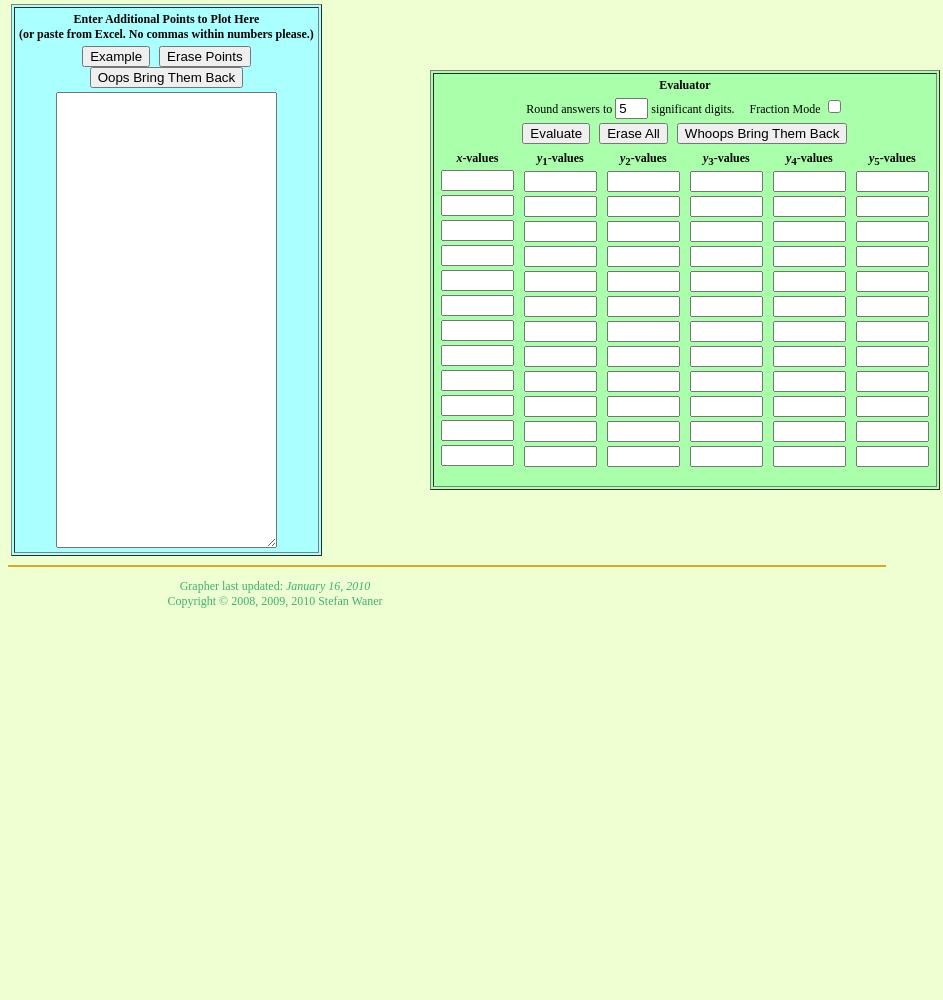 The image size is (943, 1000). What do you see at coordinates (230, 584) in the screenshot?
I see `'Grapher last updated:'` at bounding box center [230, 584].